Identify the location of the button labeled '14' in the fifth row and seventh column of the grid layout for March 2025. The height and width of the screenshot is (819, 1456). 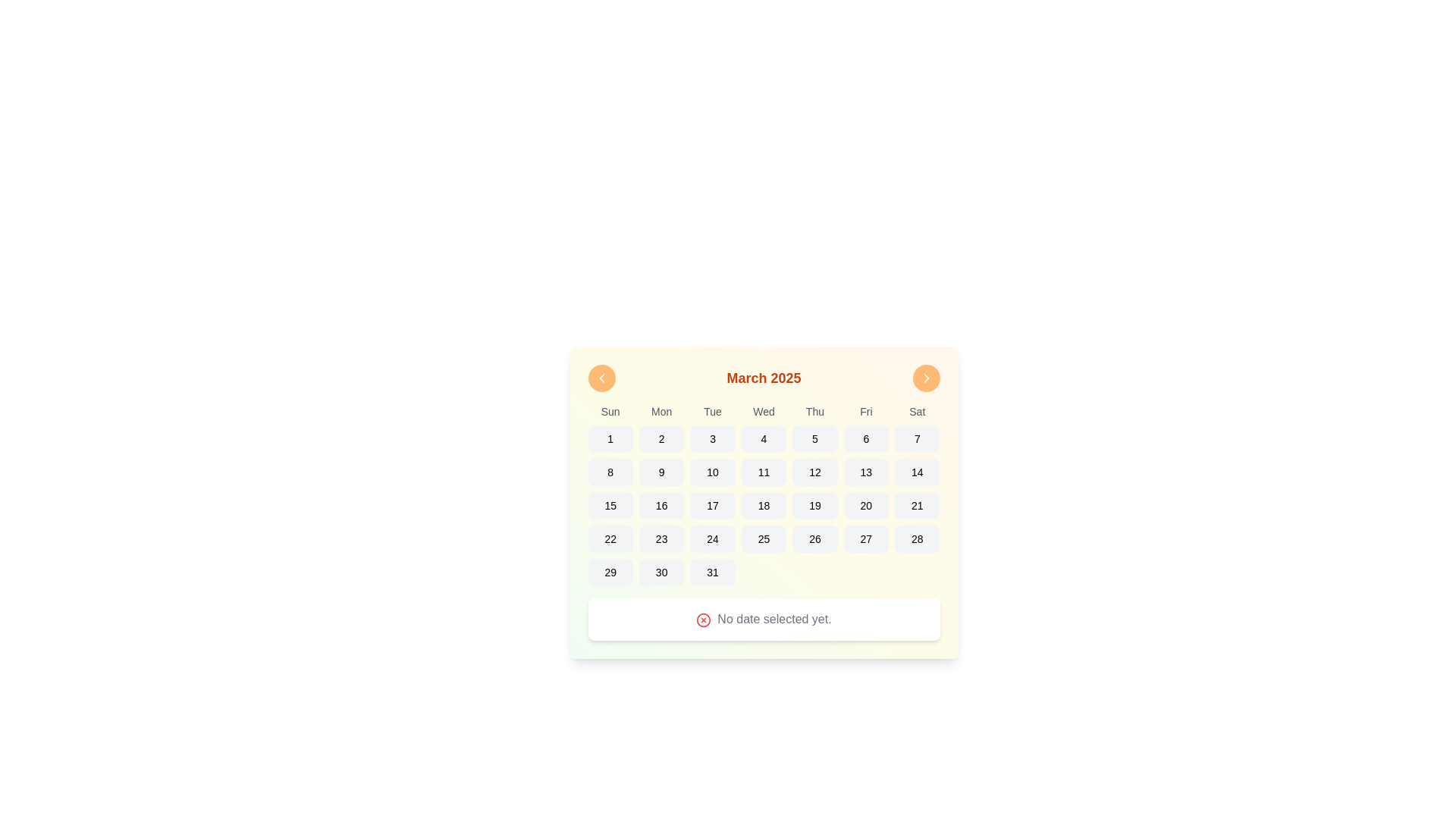
(916, 472).